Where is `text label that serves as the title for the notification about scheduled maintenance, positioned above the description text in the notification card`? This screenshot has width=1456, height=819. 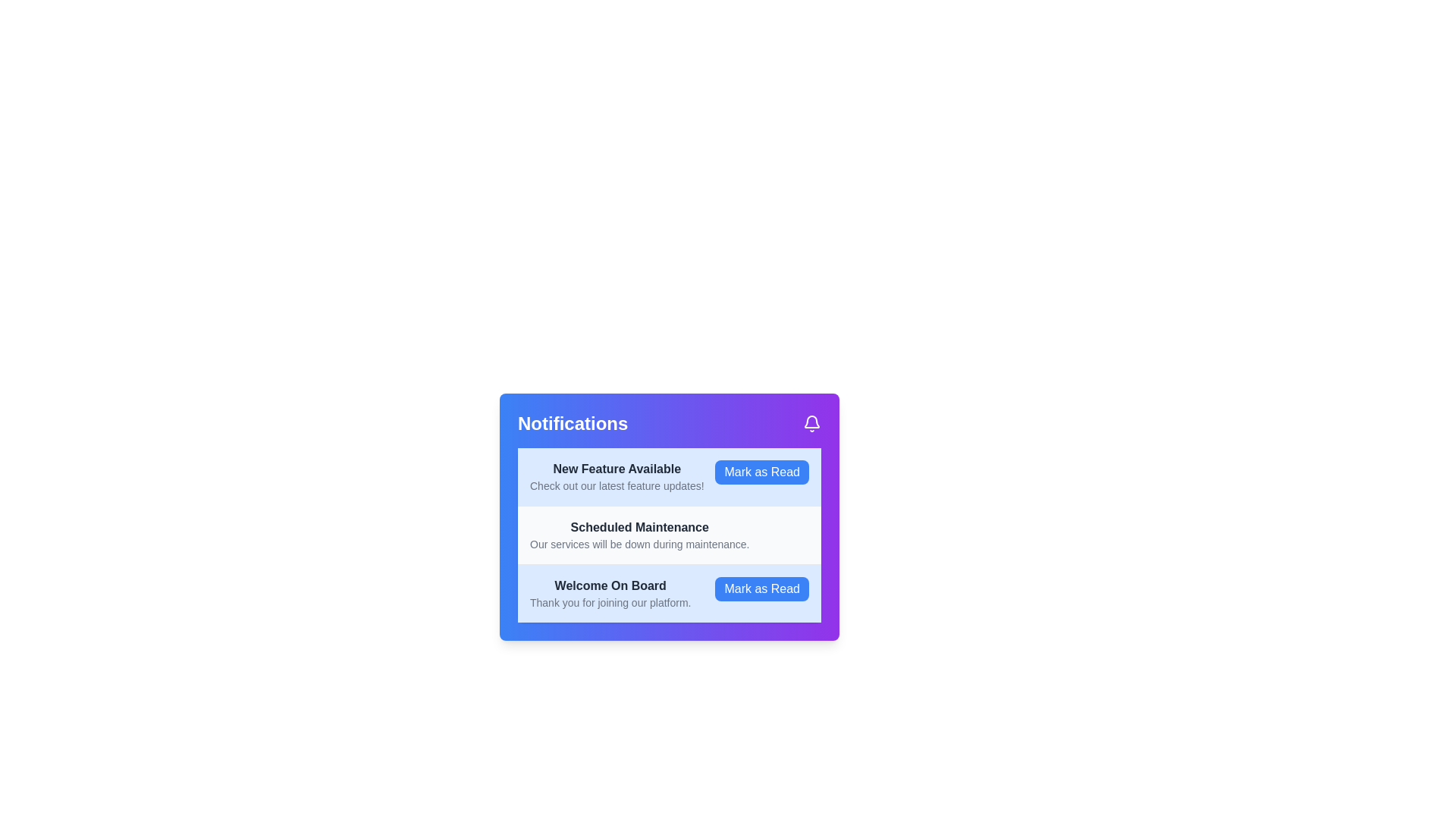
text label that serves as the title for the notification about scheduled maintenance, positioned above the description text in the notification card is located at coordinates (639, 526).